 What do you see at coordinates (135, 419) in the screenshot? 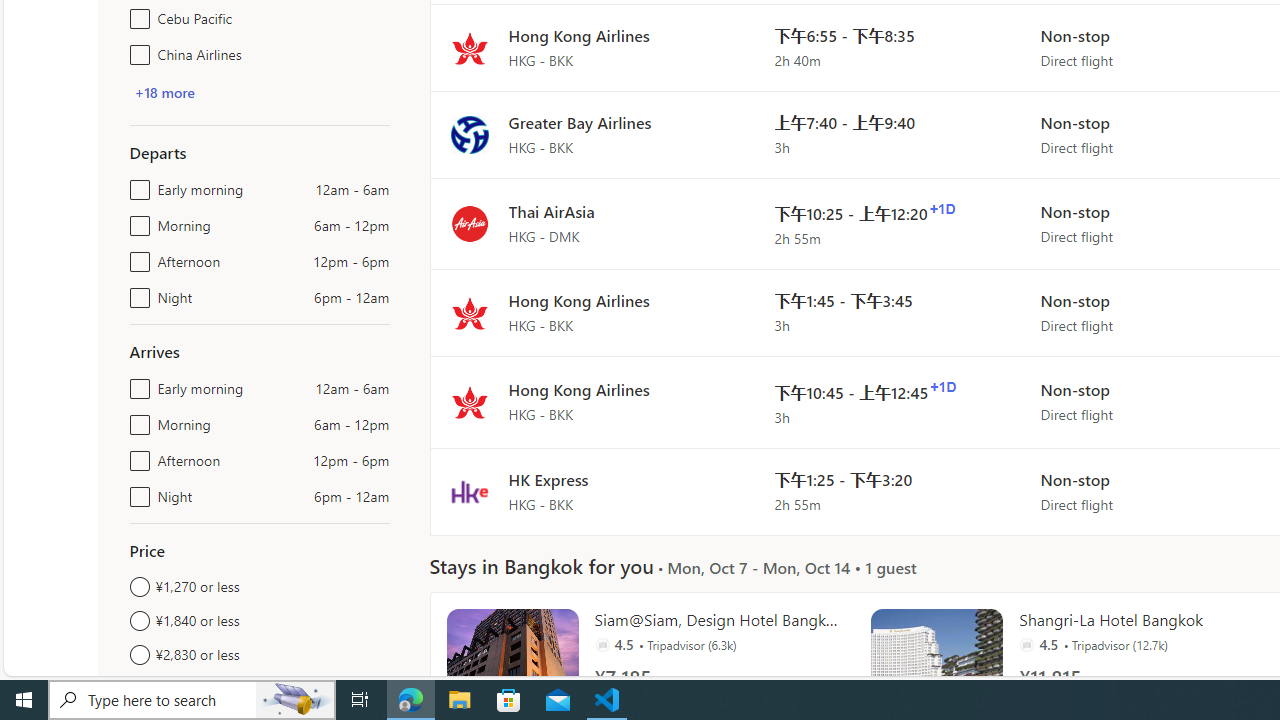
I see `'Morning6am - 12pm'` at bounding box center [135, 419].